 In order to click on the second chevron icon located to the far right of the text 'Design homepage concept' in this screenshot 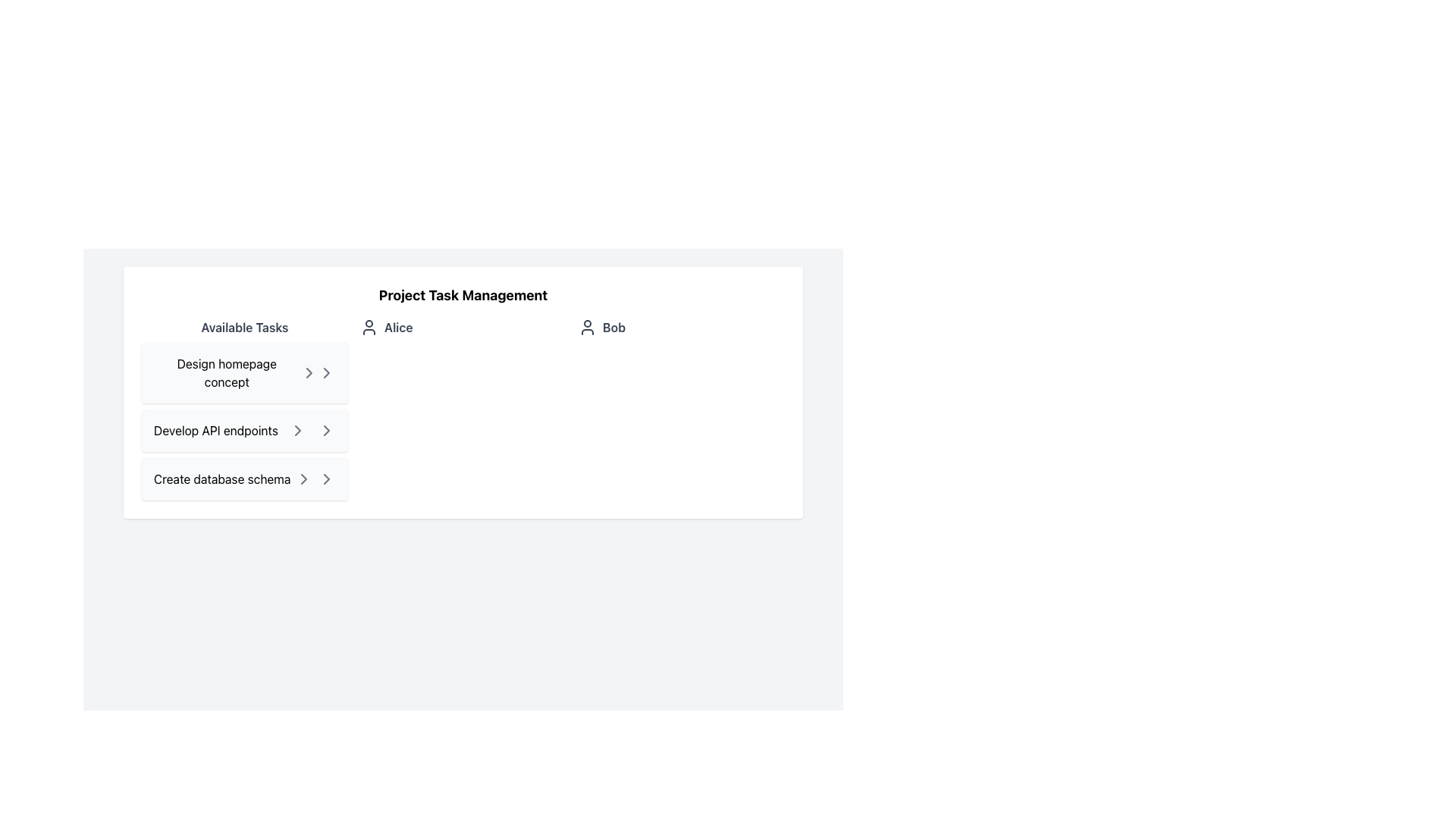, I will do `click(326, 373)`.